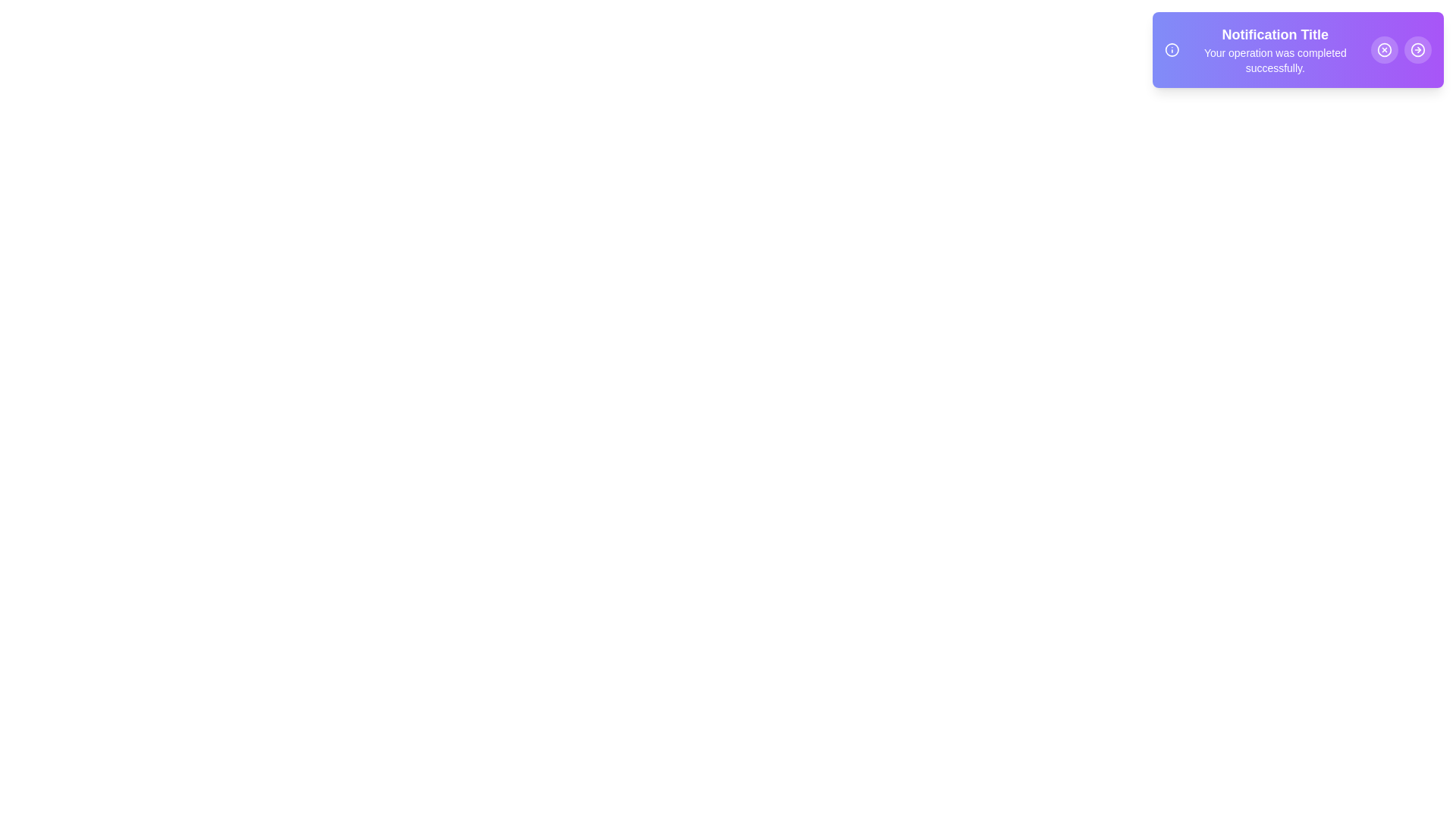 Image resolution: width=1456 pixels, height=819 pixels. What do you see at coordinates (1384, 49) in the screenshot?
I see `the close button in the notification to dismiss it` at bounding box center [1384, 49].